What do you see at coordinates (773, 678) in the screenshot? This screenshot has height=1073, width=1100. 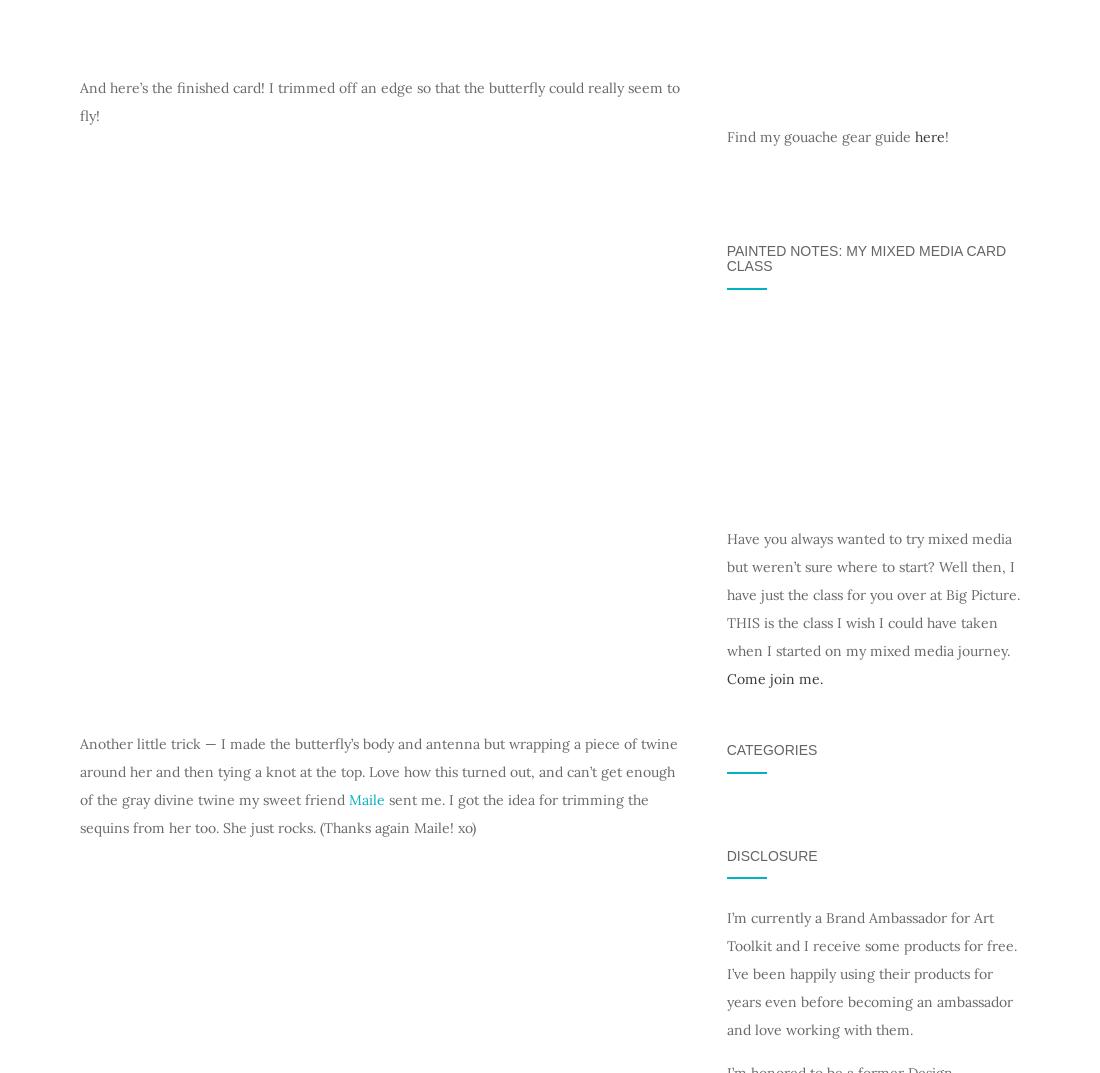 I see `'Come join me.'` at bounding box center [773, 678].